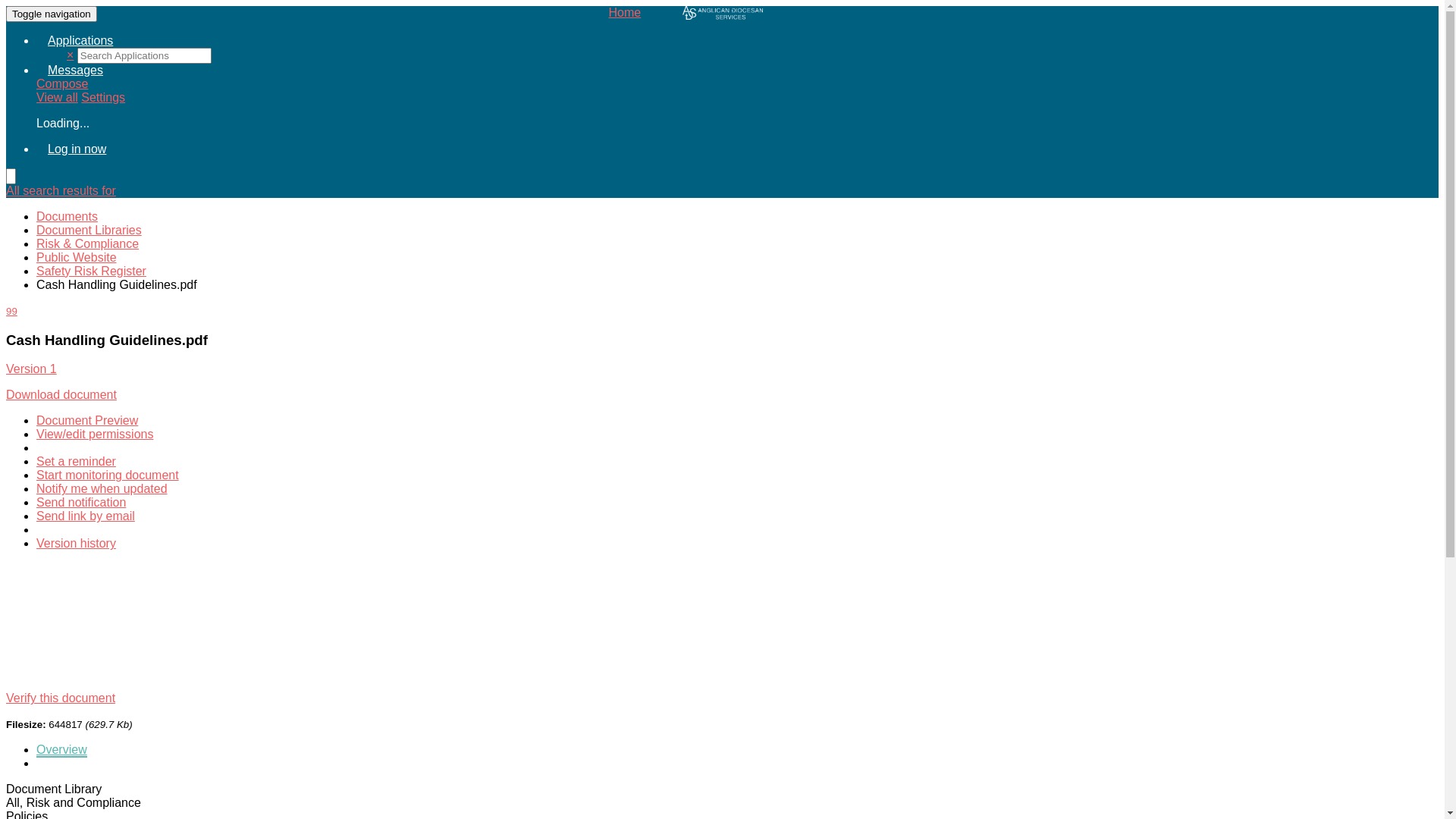  I want to click on 'View/edit permissions', so click(93, 434).